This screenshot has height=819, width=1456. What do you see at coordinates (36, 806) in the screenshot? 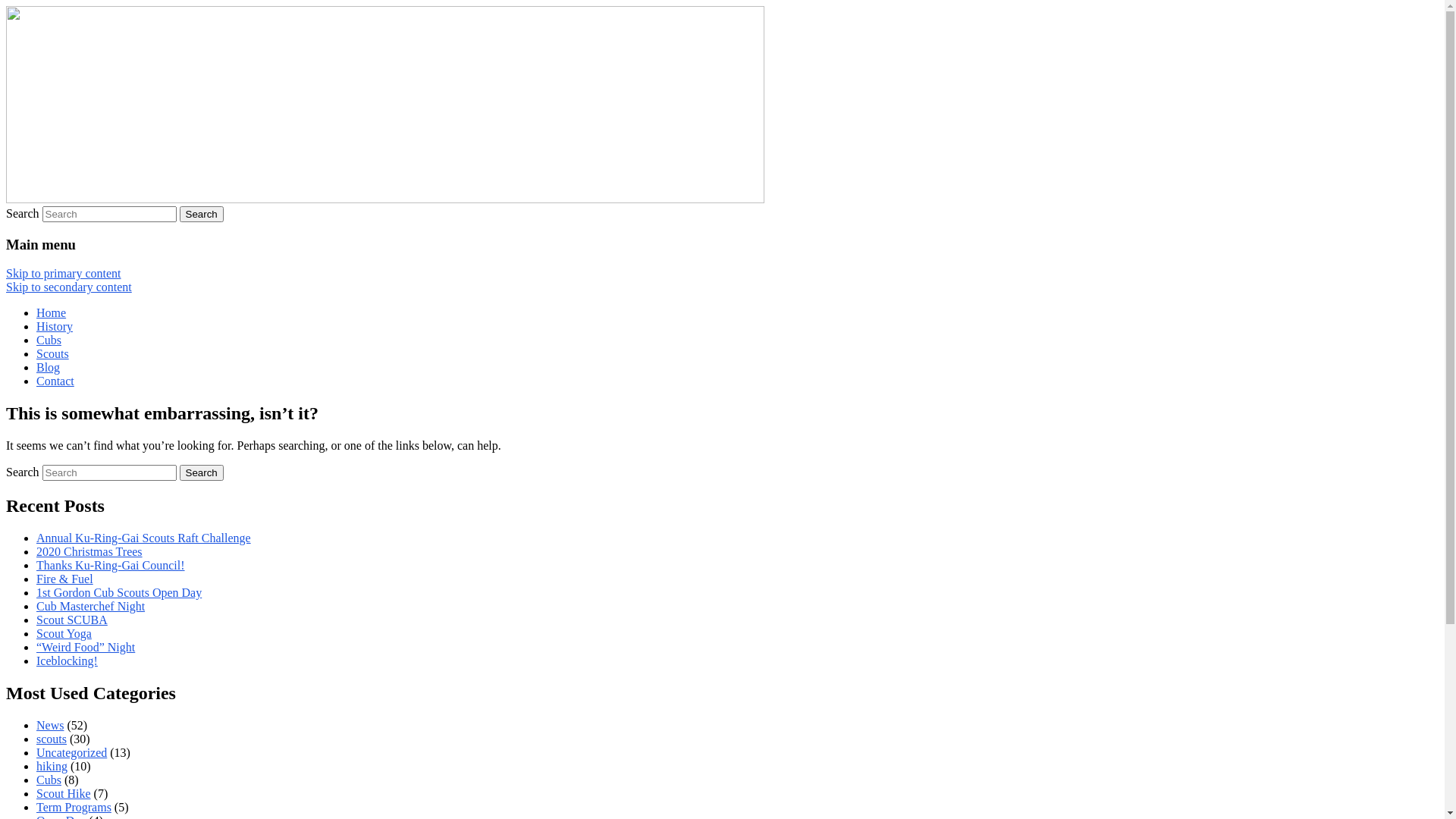
I see `'Term Programs'` at bounding box center [36, 806].